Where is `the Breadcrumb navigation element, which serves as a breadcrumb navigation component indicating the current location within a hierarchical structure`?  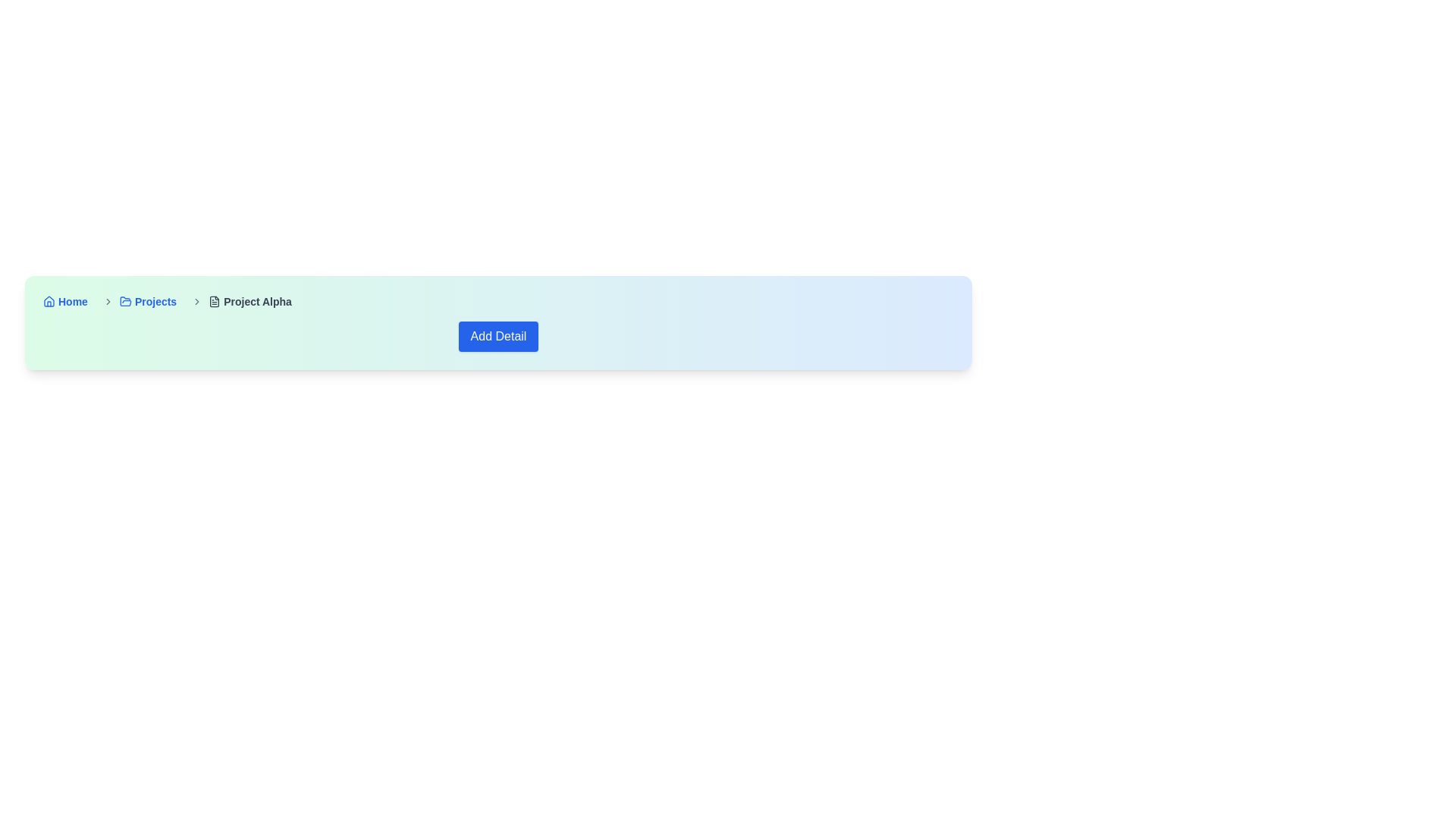 the Breadcrumb navigation element, which serves as a breadcrumb navigation component indicating the current location within a hierarchical structure is located at coordinates (498, 301).